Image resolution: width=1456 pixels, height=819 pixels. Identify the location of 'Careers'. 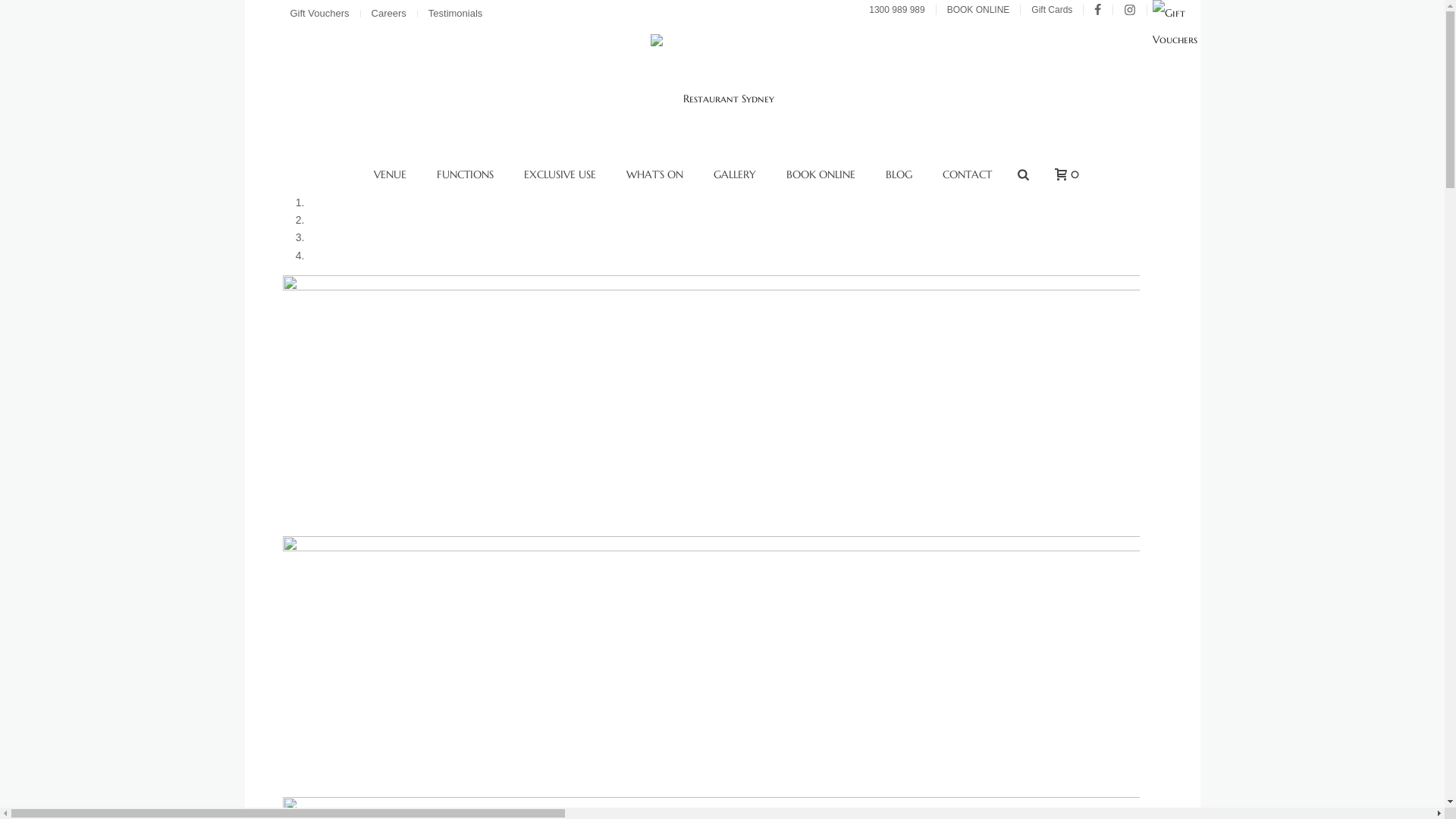
(391, 14).